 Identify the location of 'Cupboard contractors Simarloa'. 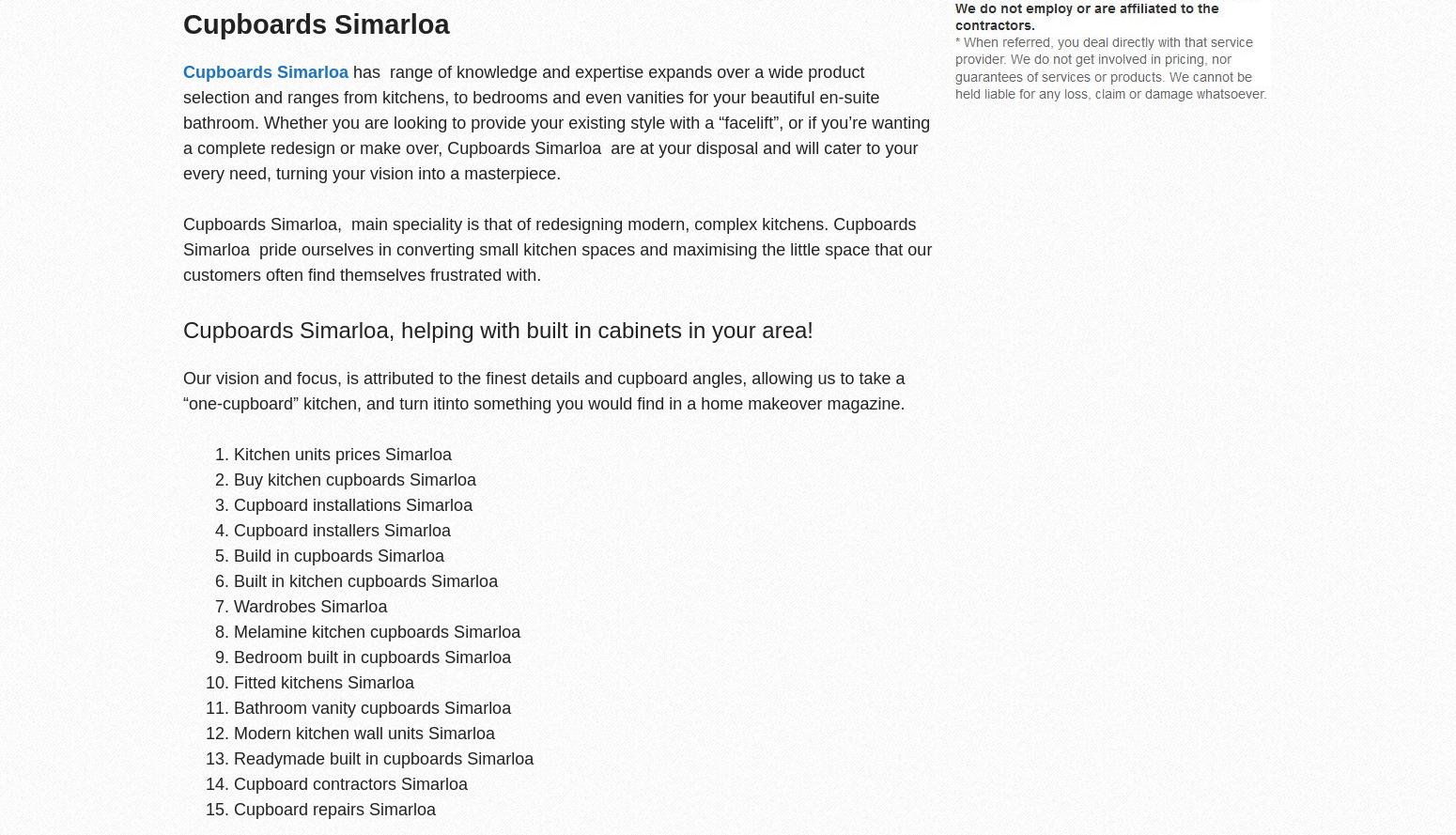
(349, 781).